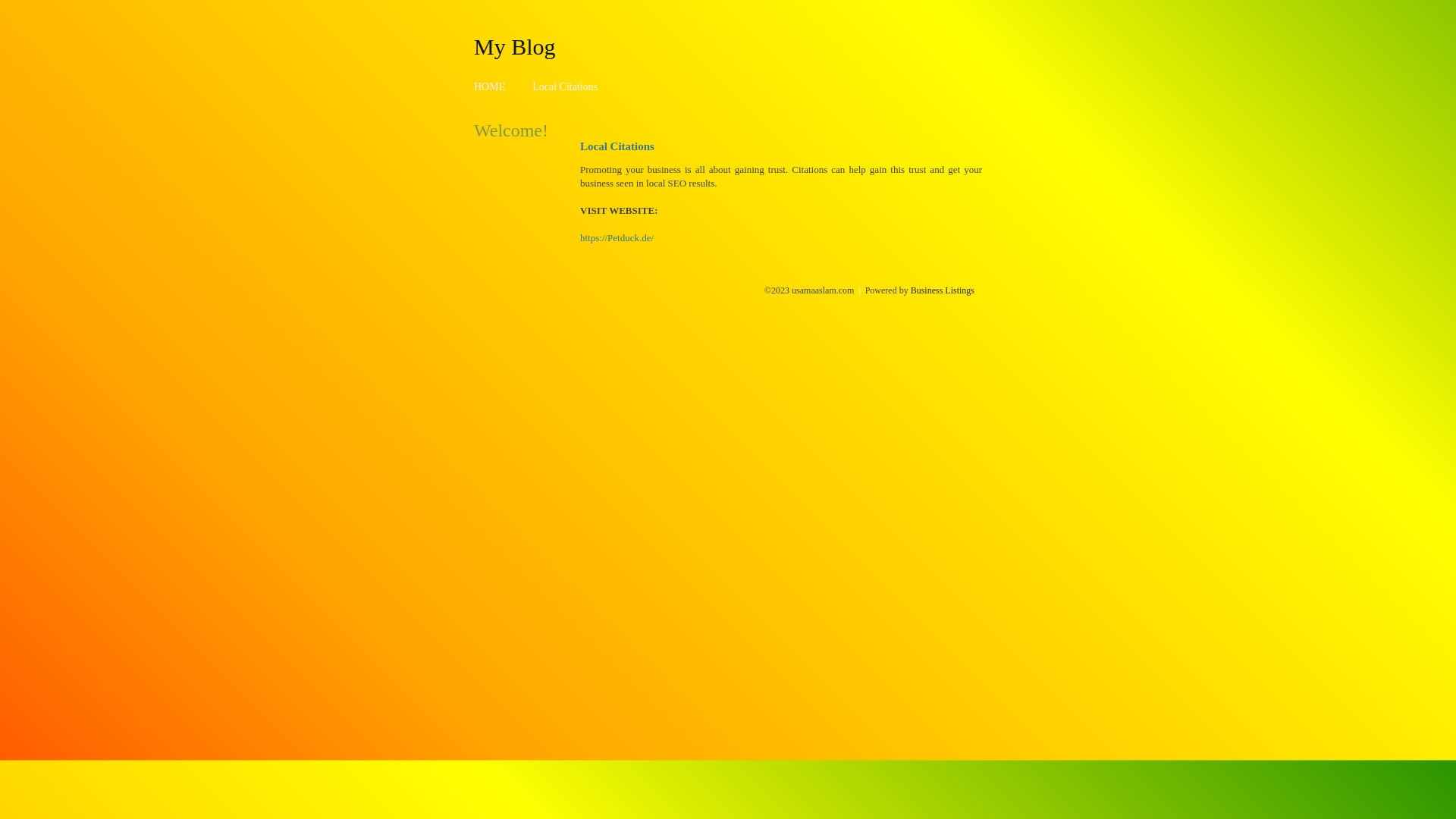 The image size is (1456, 819). I want to click on 'Local Citations', so click(532, 86).